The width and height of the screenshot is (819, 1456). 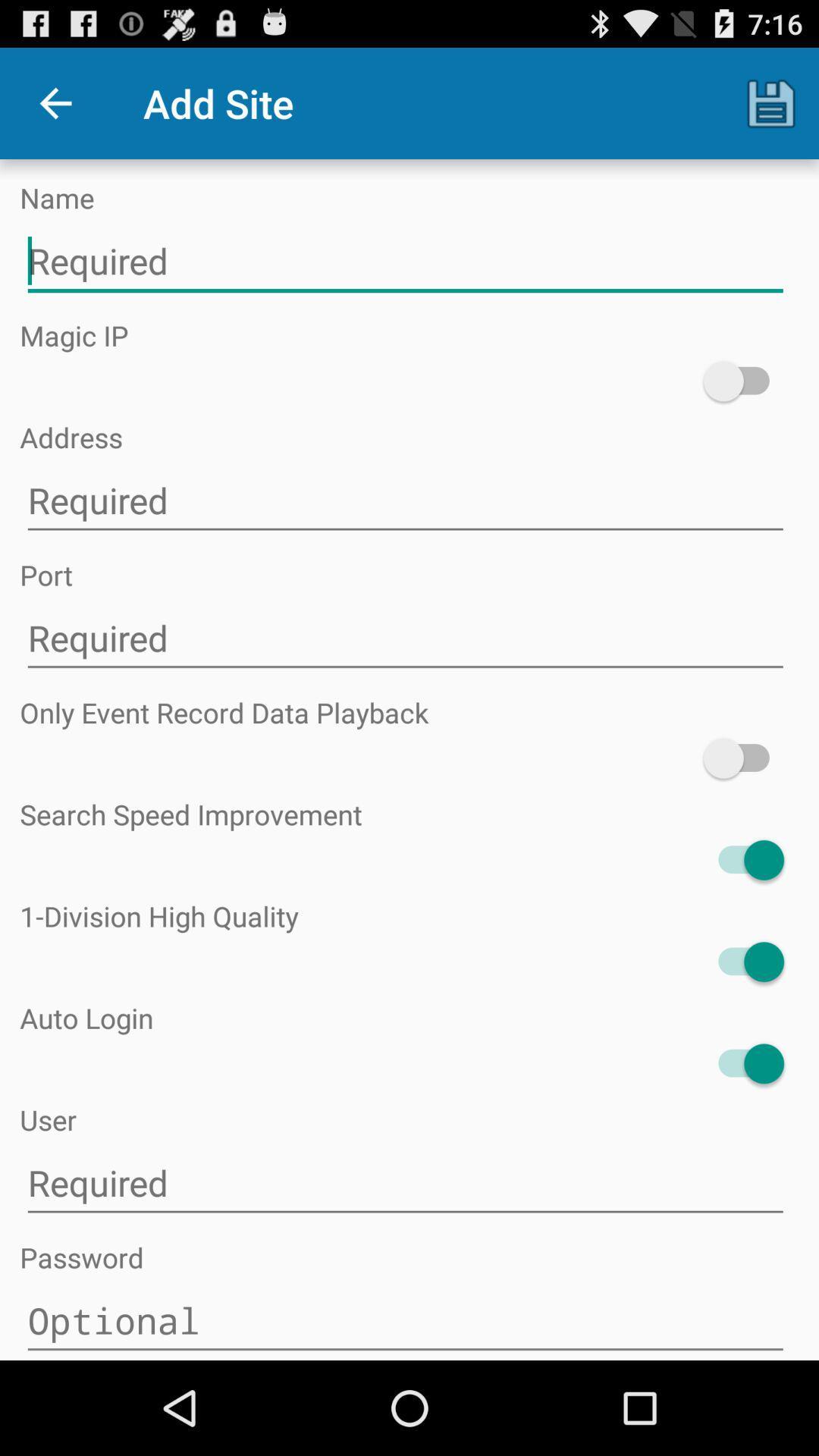 What do you see at coordinates (55, 102) in the screenshot?
I see `item next to the add site` at bounding box center [55, 102].